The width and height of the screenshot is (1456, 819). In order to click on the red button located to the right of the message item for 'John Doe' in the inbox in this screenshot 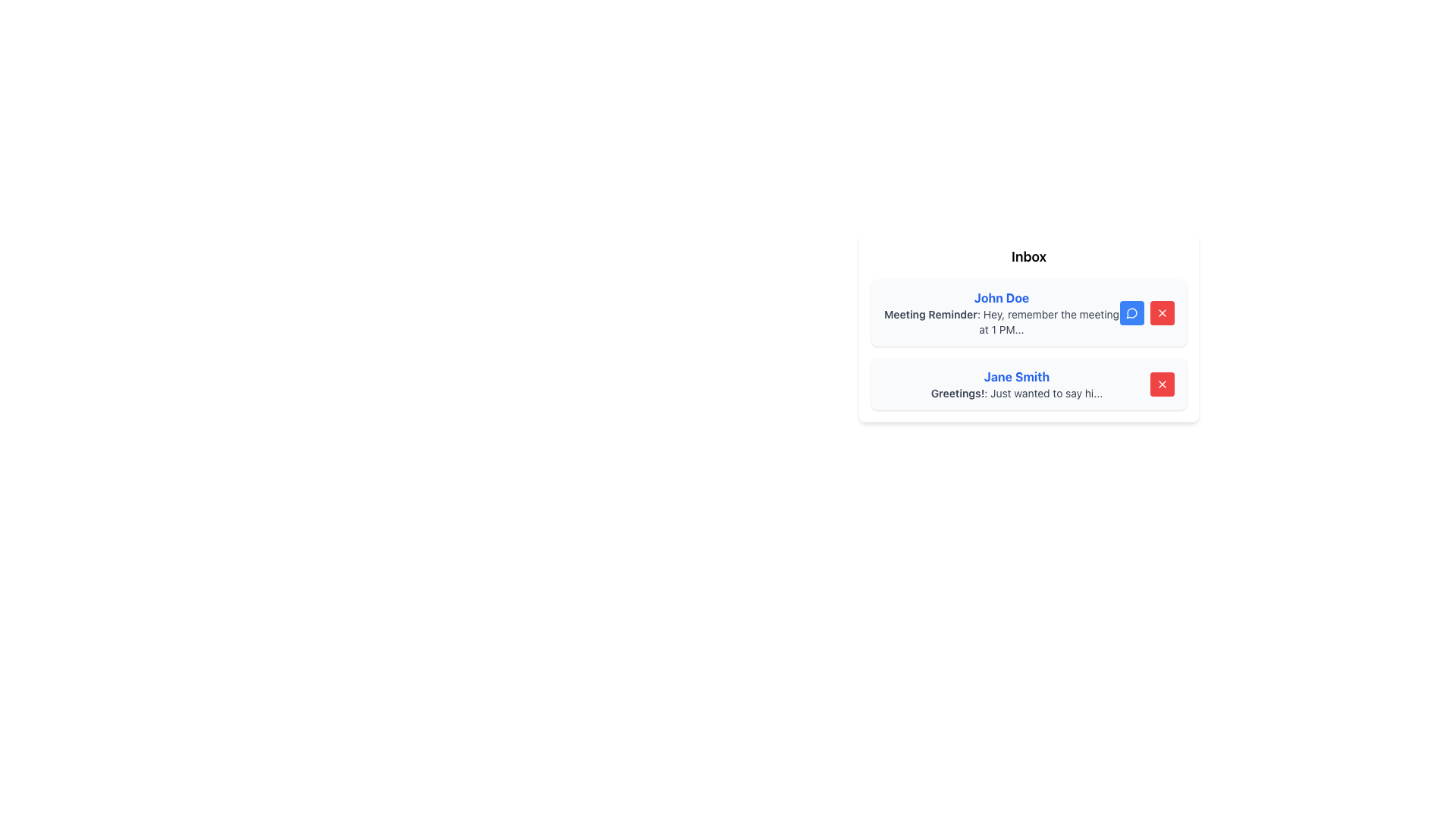, I will do `click(1161, 312)`.